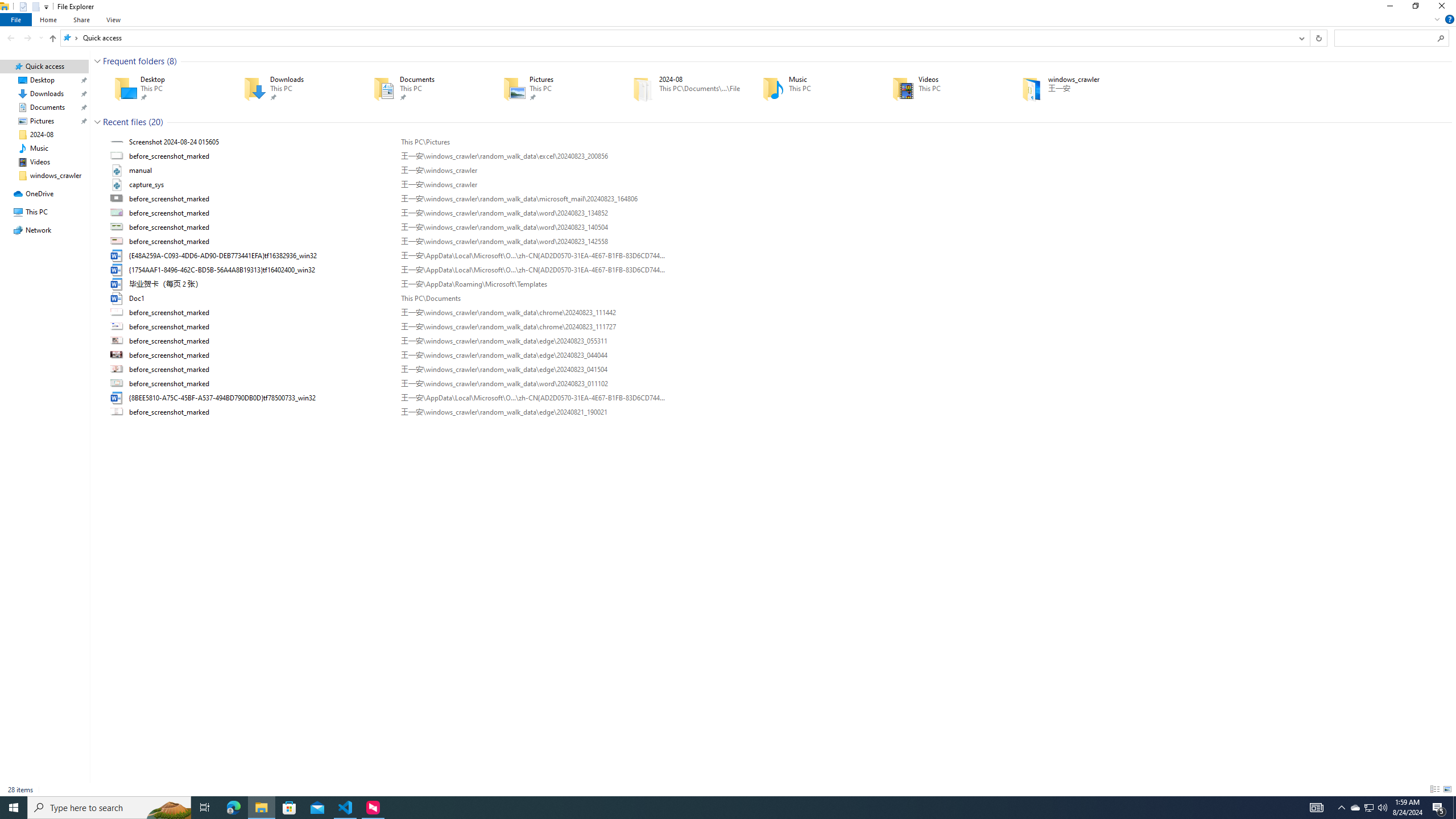  I want to click on 'Customize Quick Access Toolbar', so click(45, 6).